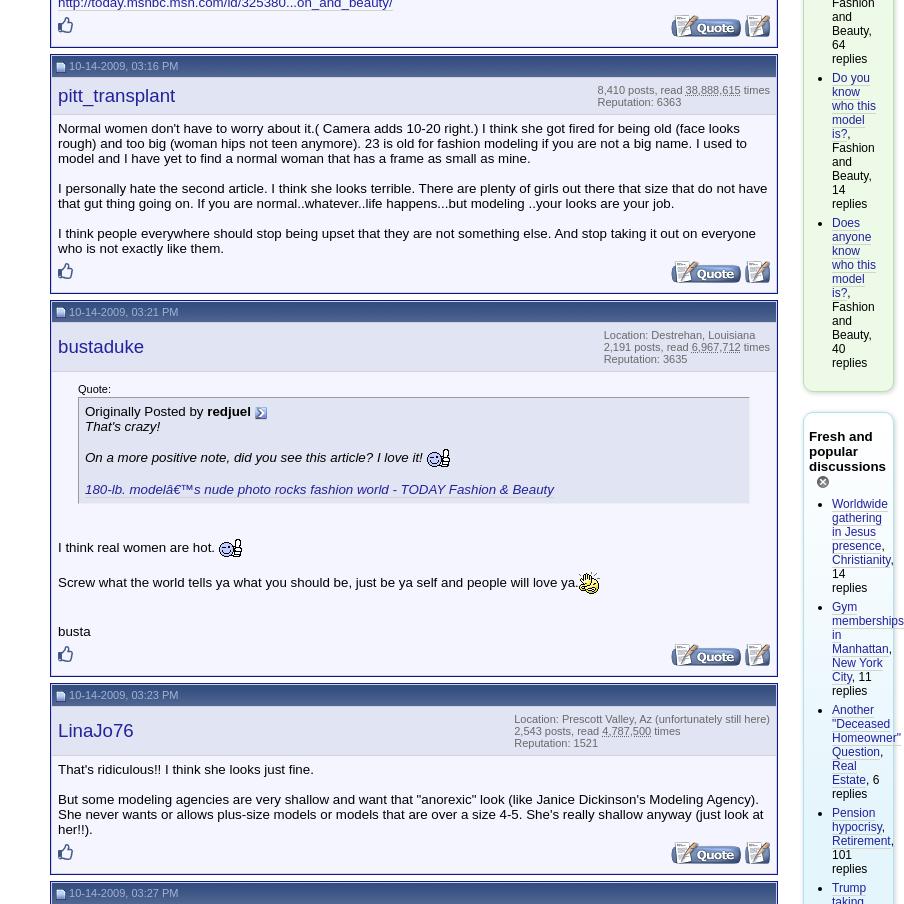 The height and width of the screenshot is (904, 904). What do you see at coordinates (831, 681) in the screenshot?
I see `', 11 replies'` at bounding box center [831, 681].